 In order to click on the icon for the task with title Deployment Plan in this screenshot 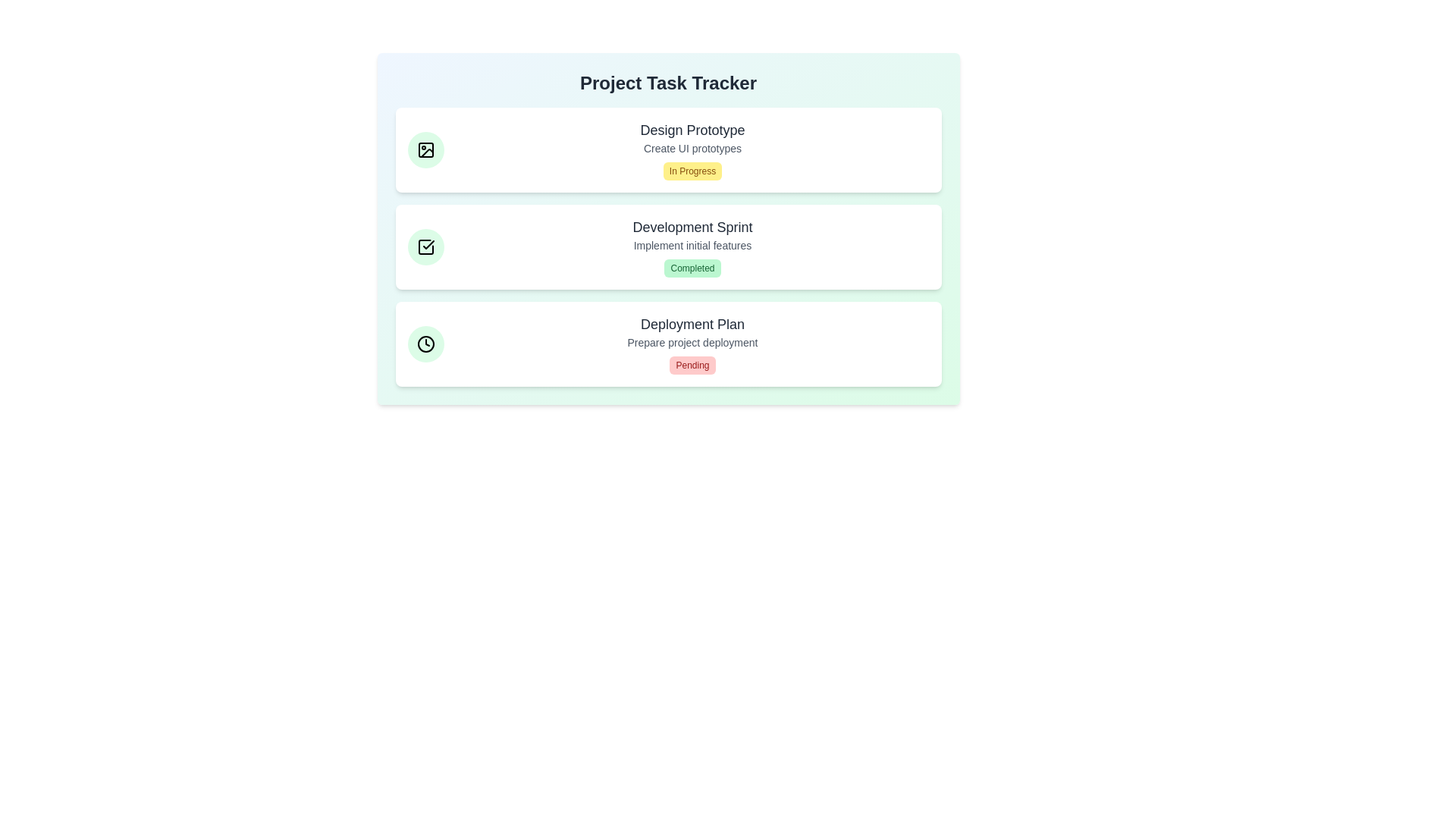, I will do `click(425, 344)`.